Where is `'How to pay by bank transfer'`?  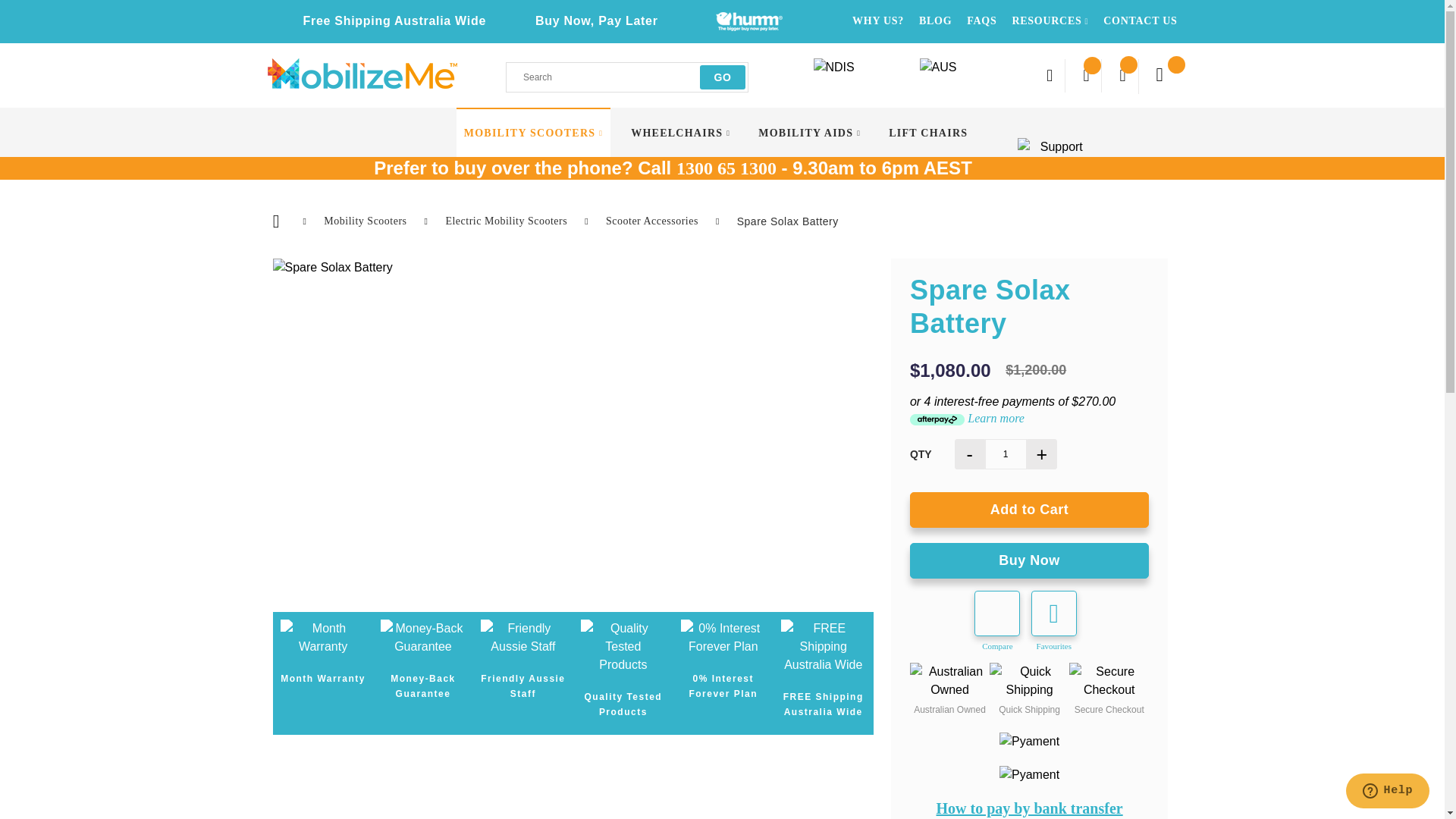
'How to pay by bank transfer' is located at coordinates (1030, 807).